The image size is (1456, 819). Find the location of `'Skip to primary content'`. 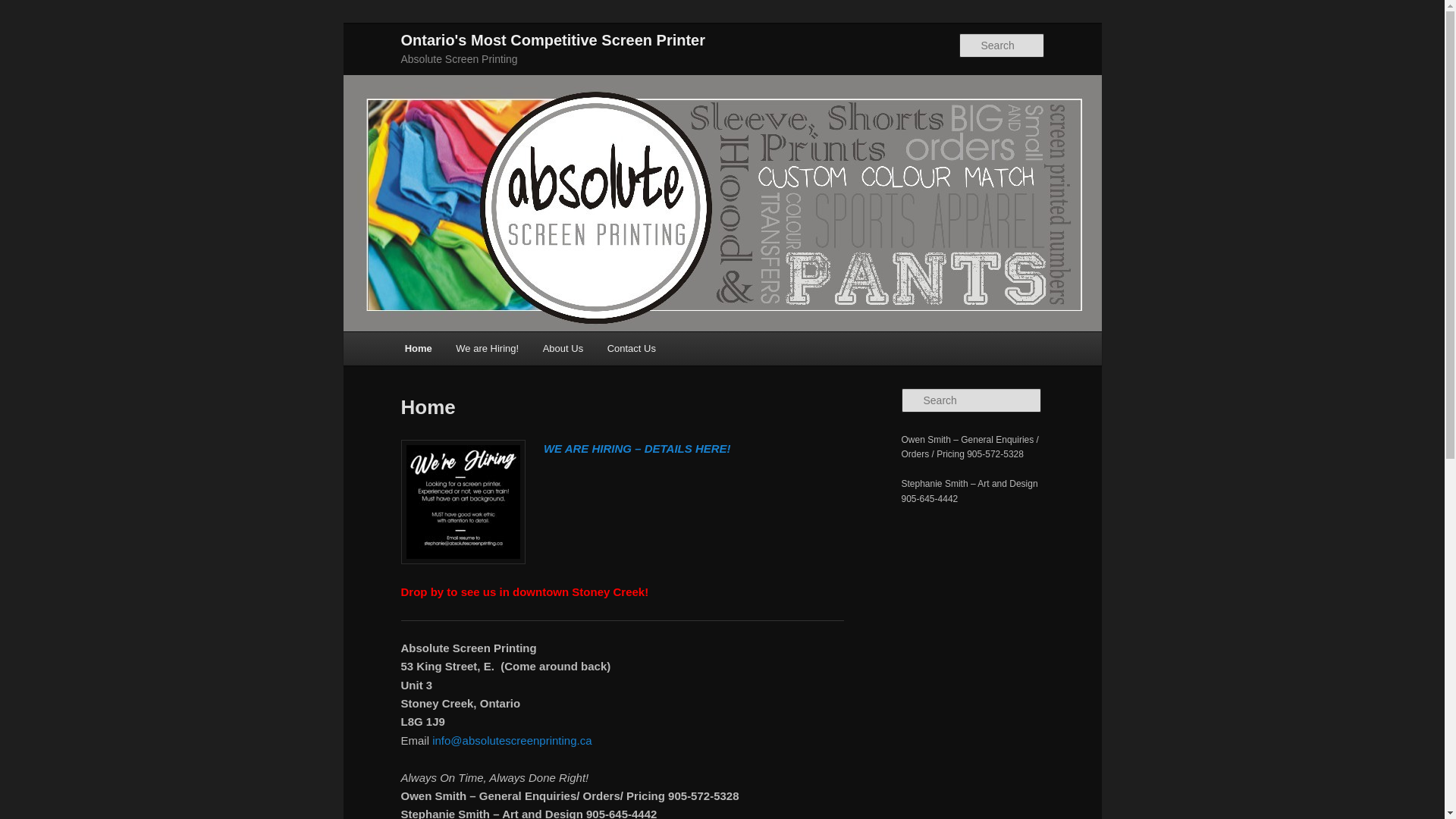

'Skip to primary content' is located at coordinates (80, 32).